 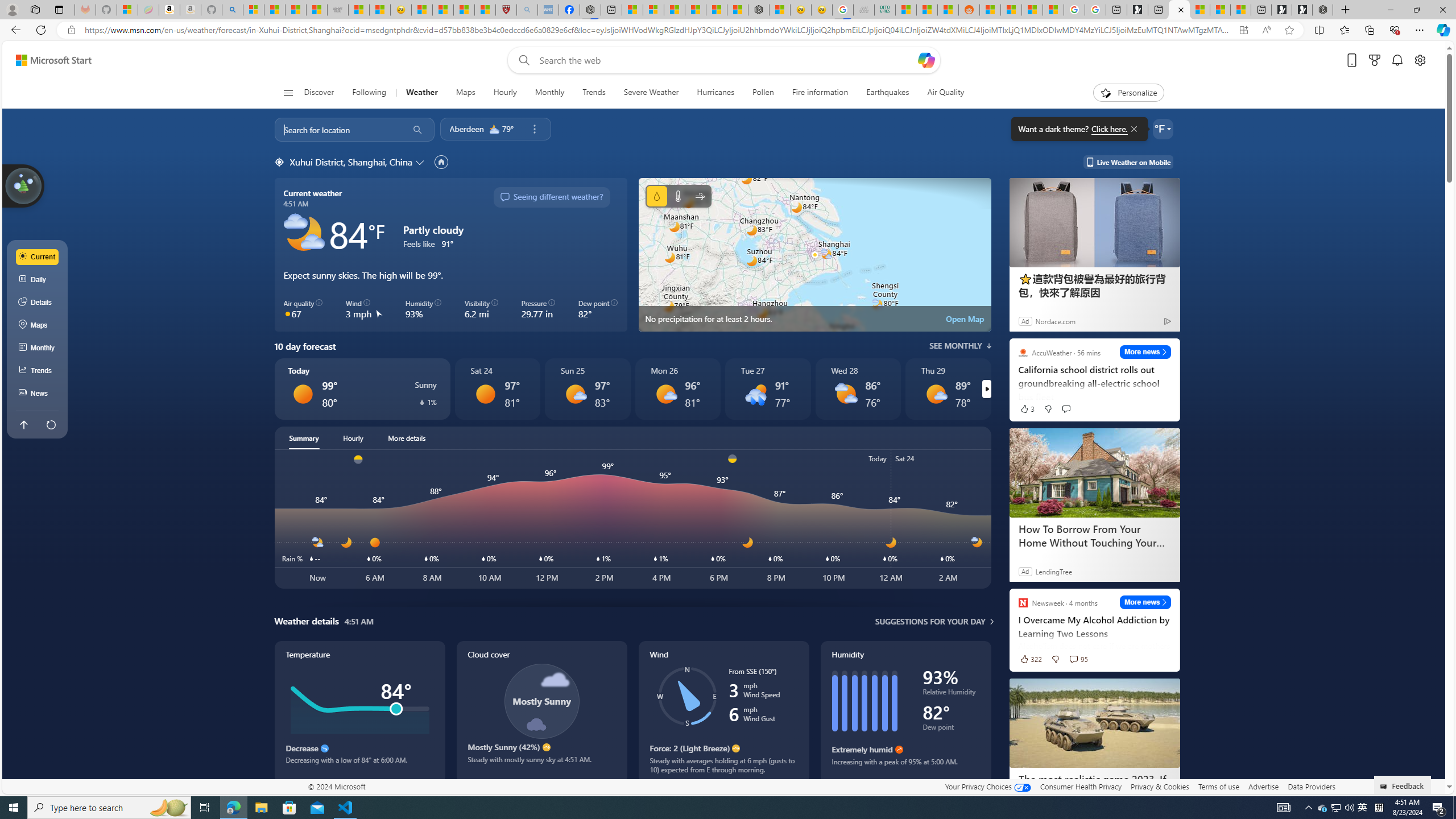 What do you see at coordinates (53, 60) in the screenshot?
I see `'Microsoft Start'` at bounding box center [53, 60].